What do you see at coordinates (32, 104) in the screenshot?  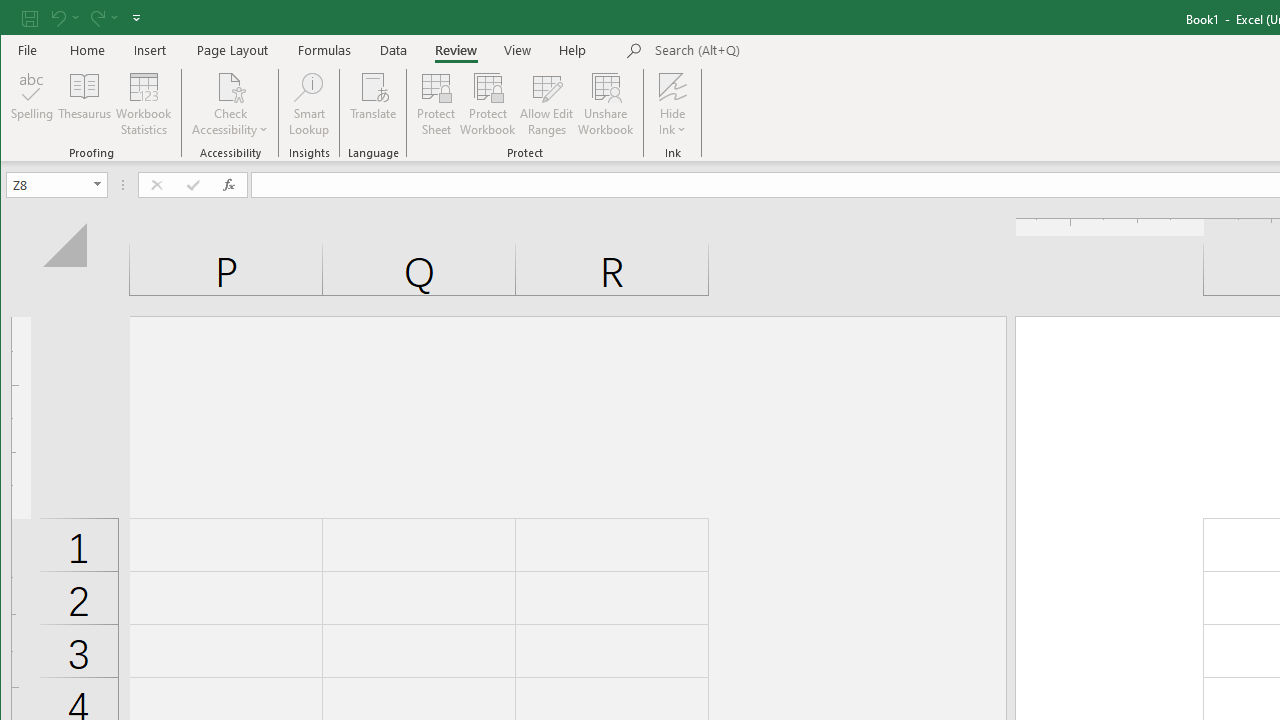 I see `'Spelling...'` at bounding box center [32, 104].